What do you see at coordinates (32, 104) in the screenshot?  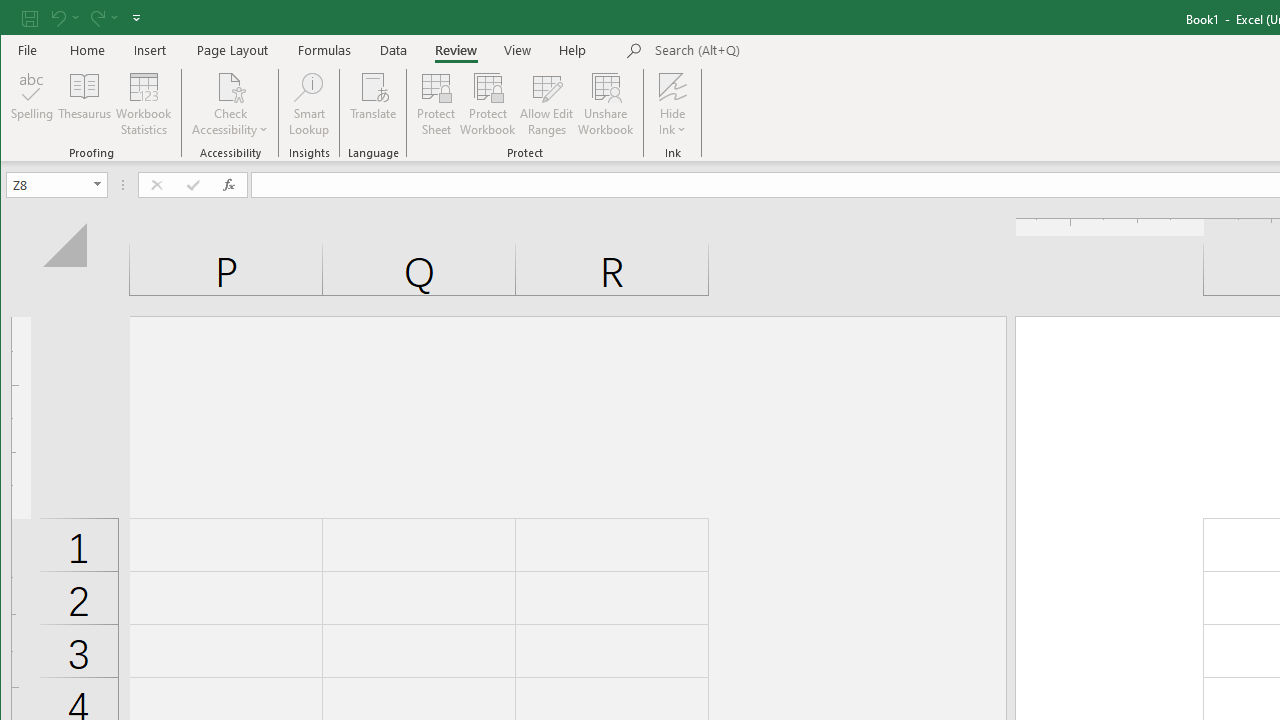 I see `'Spelling...'` at bounding box center [32, 104].